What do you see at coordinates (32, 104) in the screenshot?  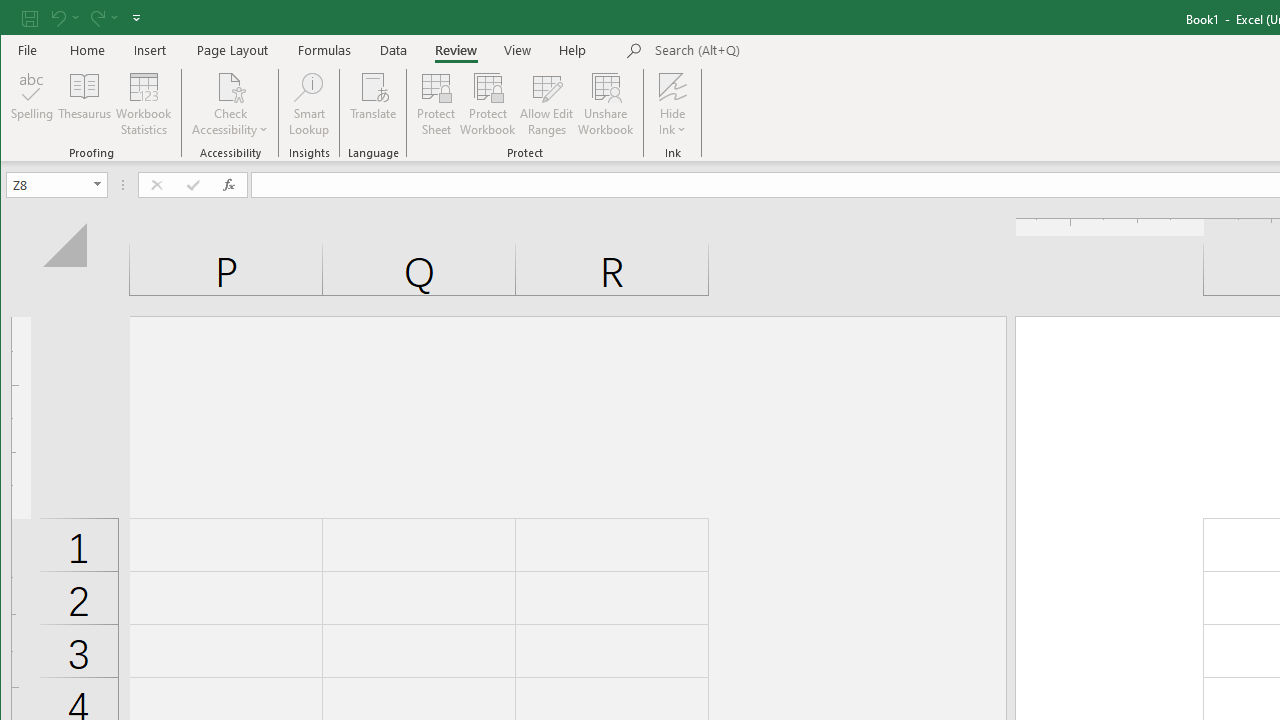 I see `'Spelling...'` at bounding box center [32, 104].